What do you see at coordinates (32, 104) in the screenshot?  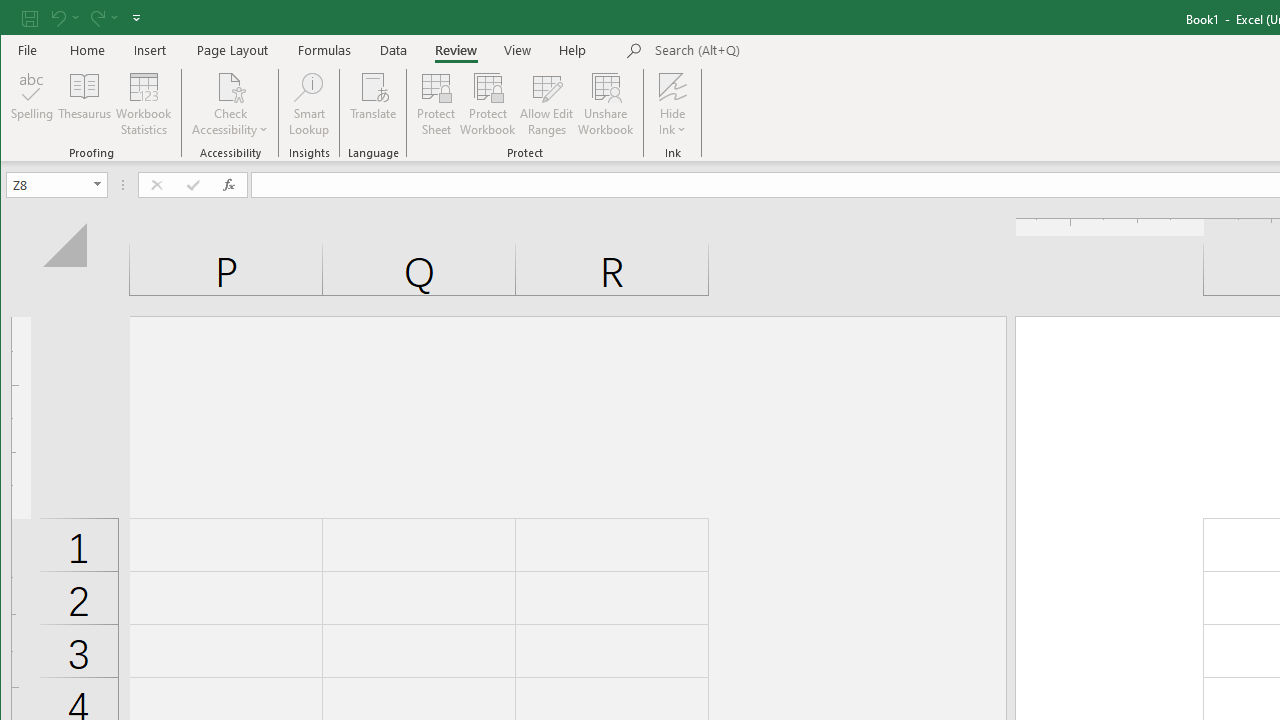 I see `'Spelling...'` at bounding box center [32, 104].